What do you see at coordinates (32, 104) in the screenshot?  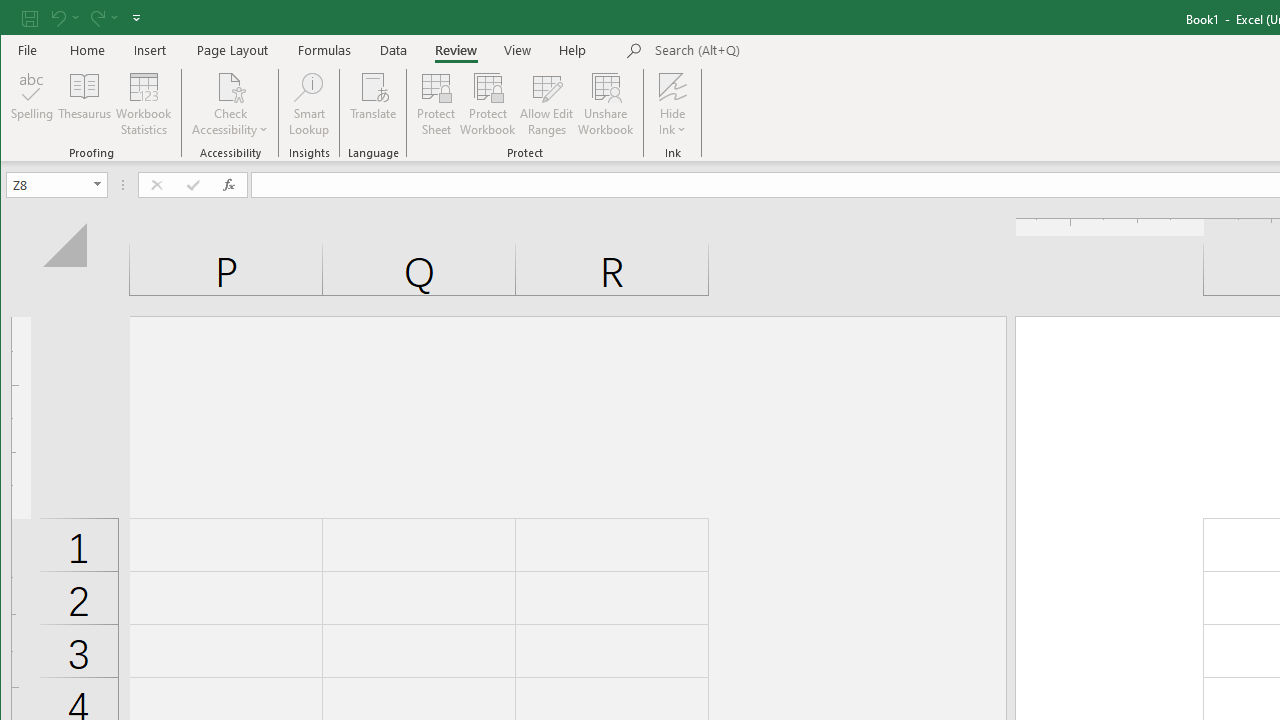 I see `'Spelling...'` at bounding box center [32, 104].